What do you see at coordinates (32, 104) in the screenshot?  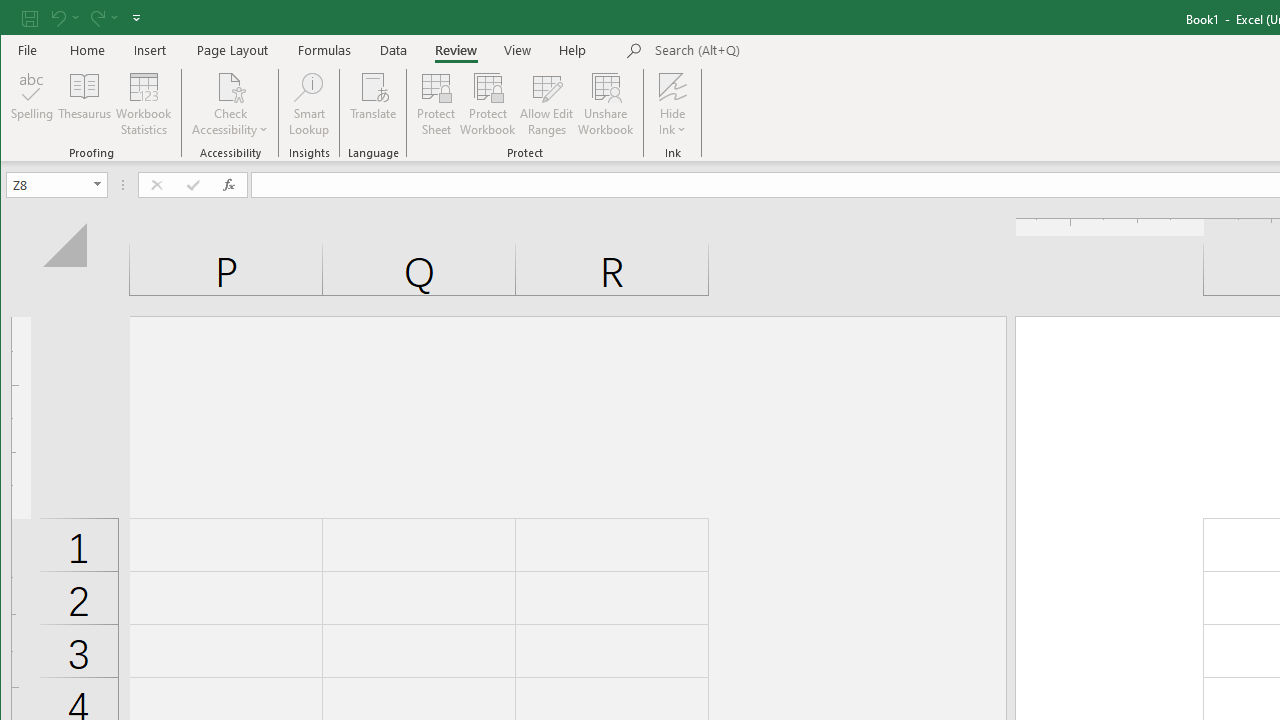 I see `'Spelling...'` at bounding box center [32, 104].